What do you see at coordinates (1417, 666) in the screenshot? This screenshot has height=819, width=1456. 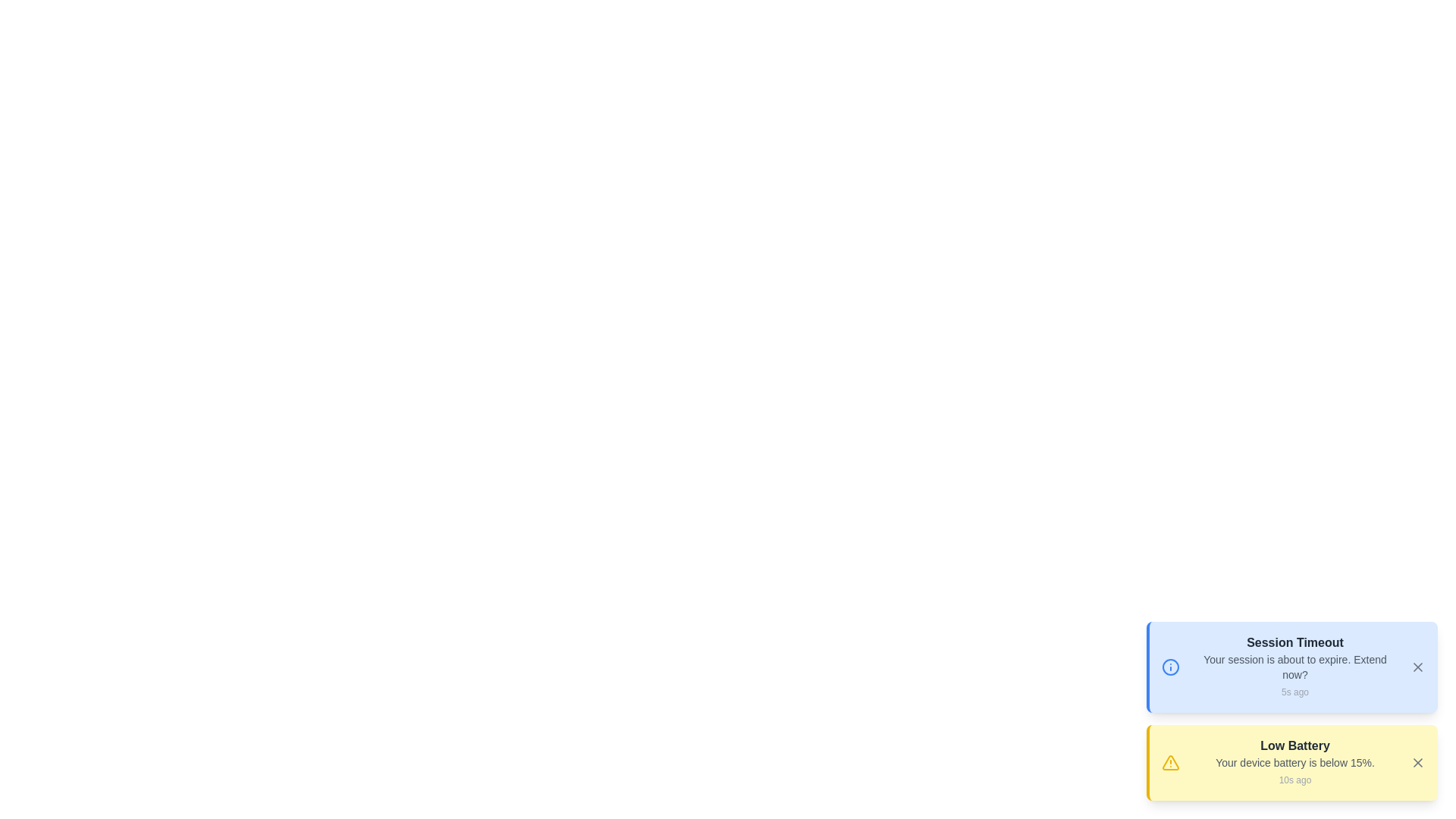 I see `the close button of the notification with title Session Timeout` at bounding box center [1417, 666].